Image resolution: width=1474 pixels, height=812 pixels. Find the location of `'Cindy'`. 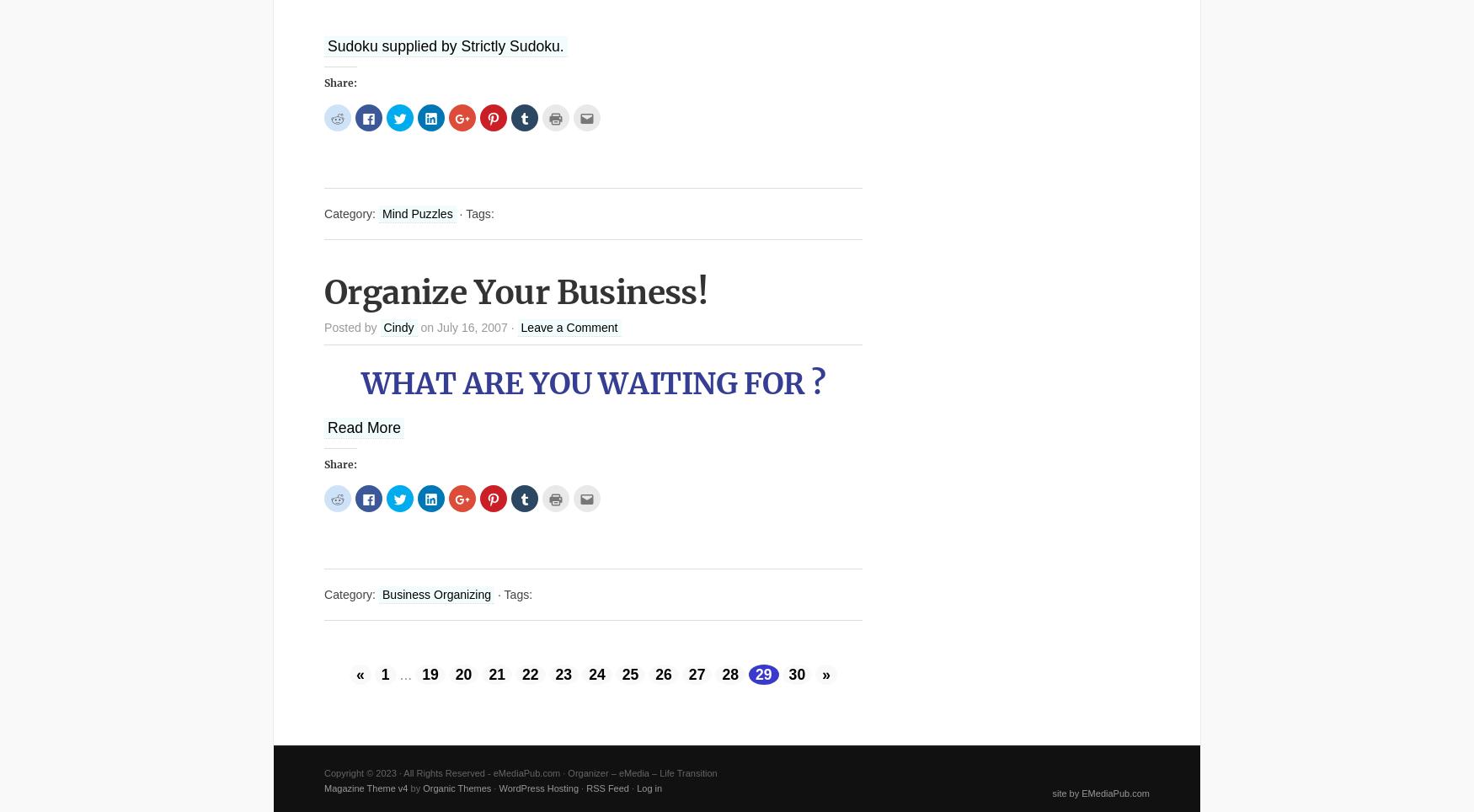

'Cindy' is located at coordinates (398, 327).